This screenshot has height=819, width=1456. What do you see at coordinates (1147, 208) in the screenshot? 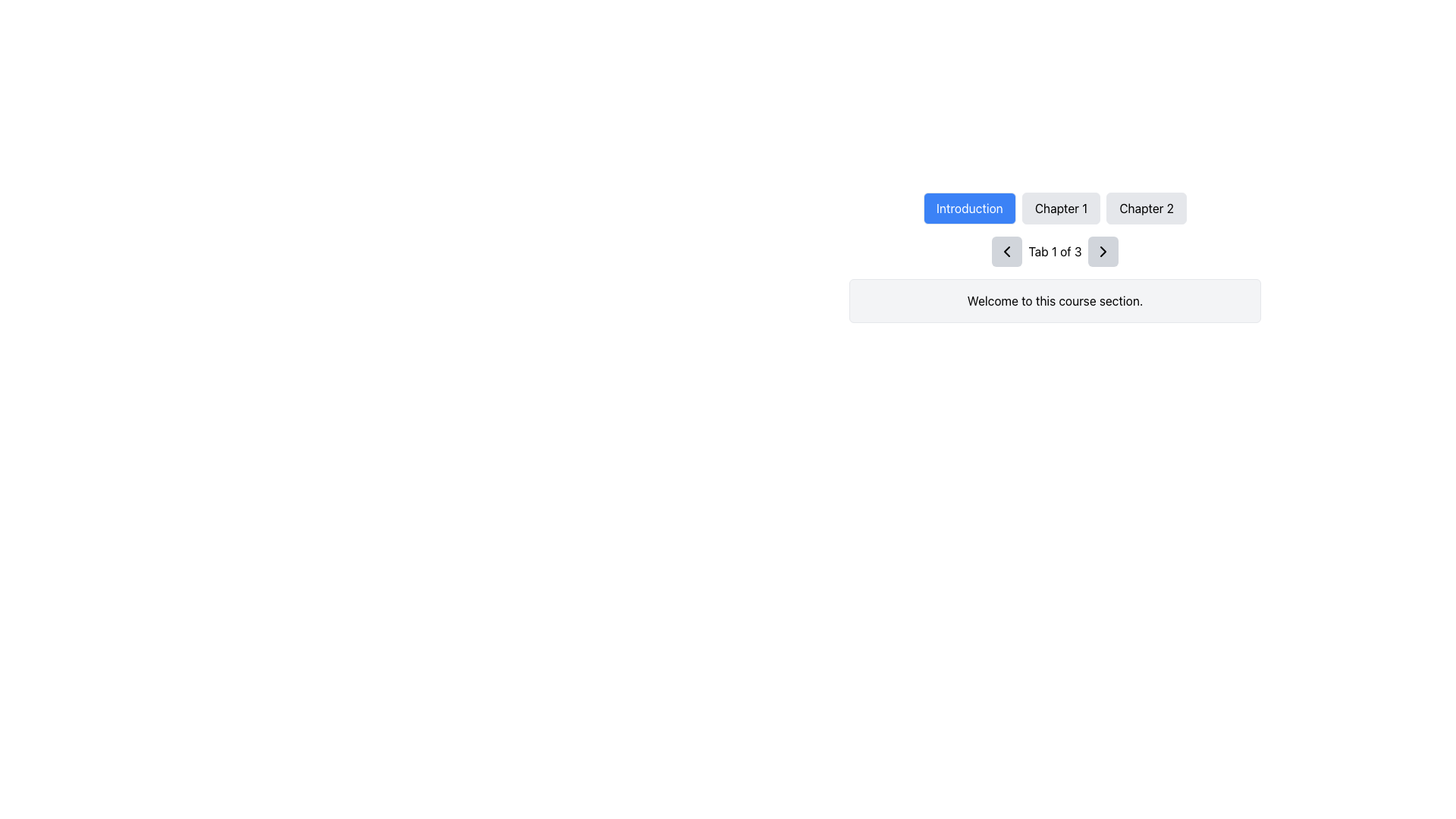
I see `the button labeled 'Chapter 2', which is the rightmost button in a sequence of three buttons` at bounding box center [1147, 208].